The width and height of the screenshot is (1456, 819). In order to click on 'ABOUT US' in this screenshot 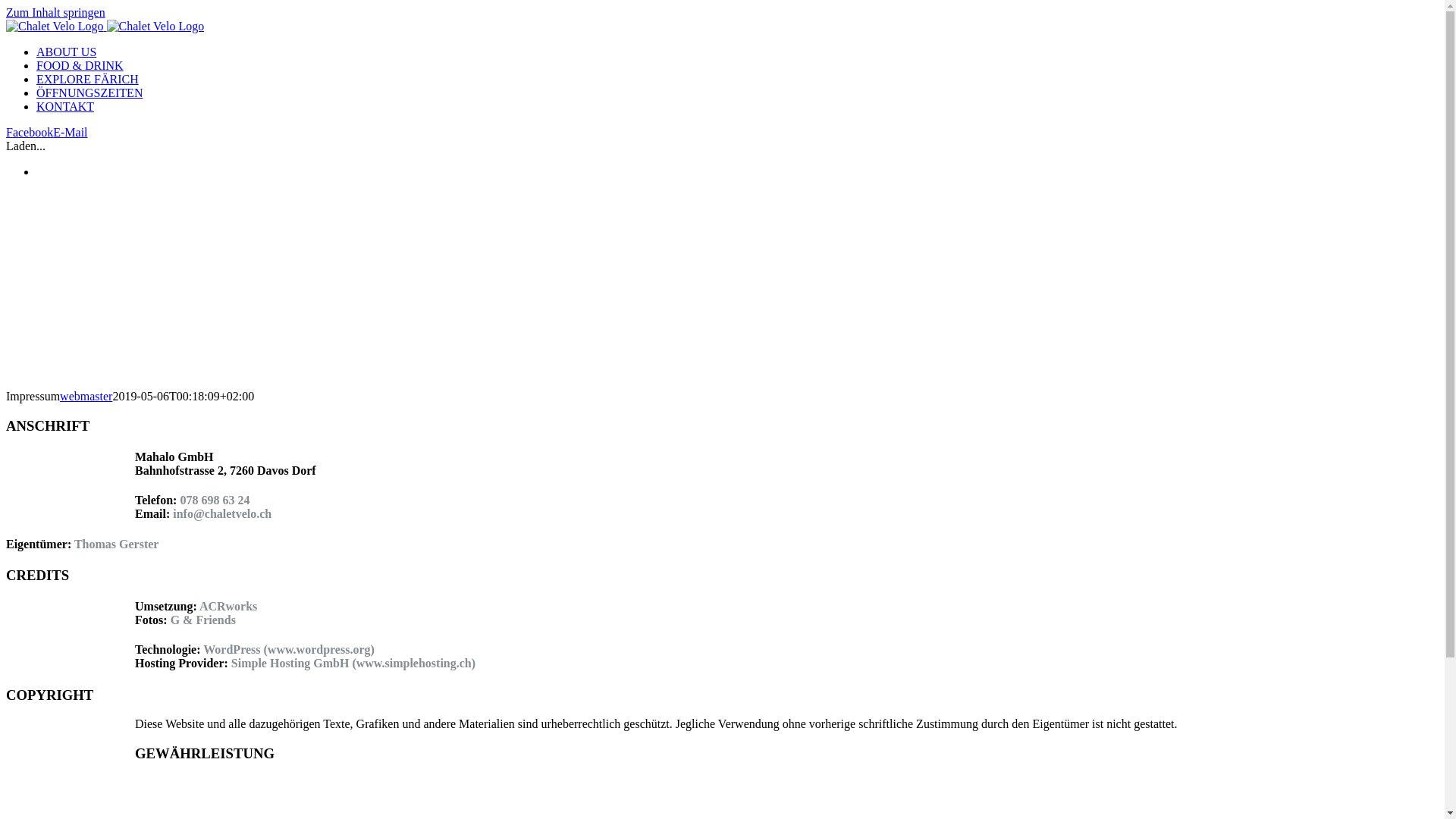, I will do `click(65, 51)`.